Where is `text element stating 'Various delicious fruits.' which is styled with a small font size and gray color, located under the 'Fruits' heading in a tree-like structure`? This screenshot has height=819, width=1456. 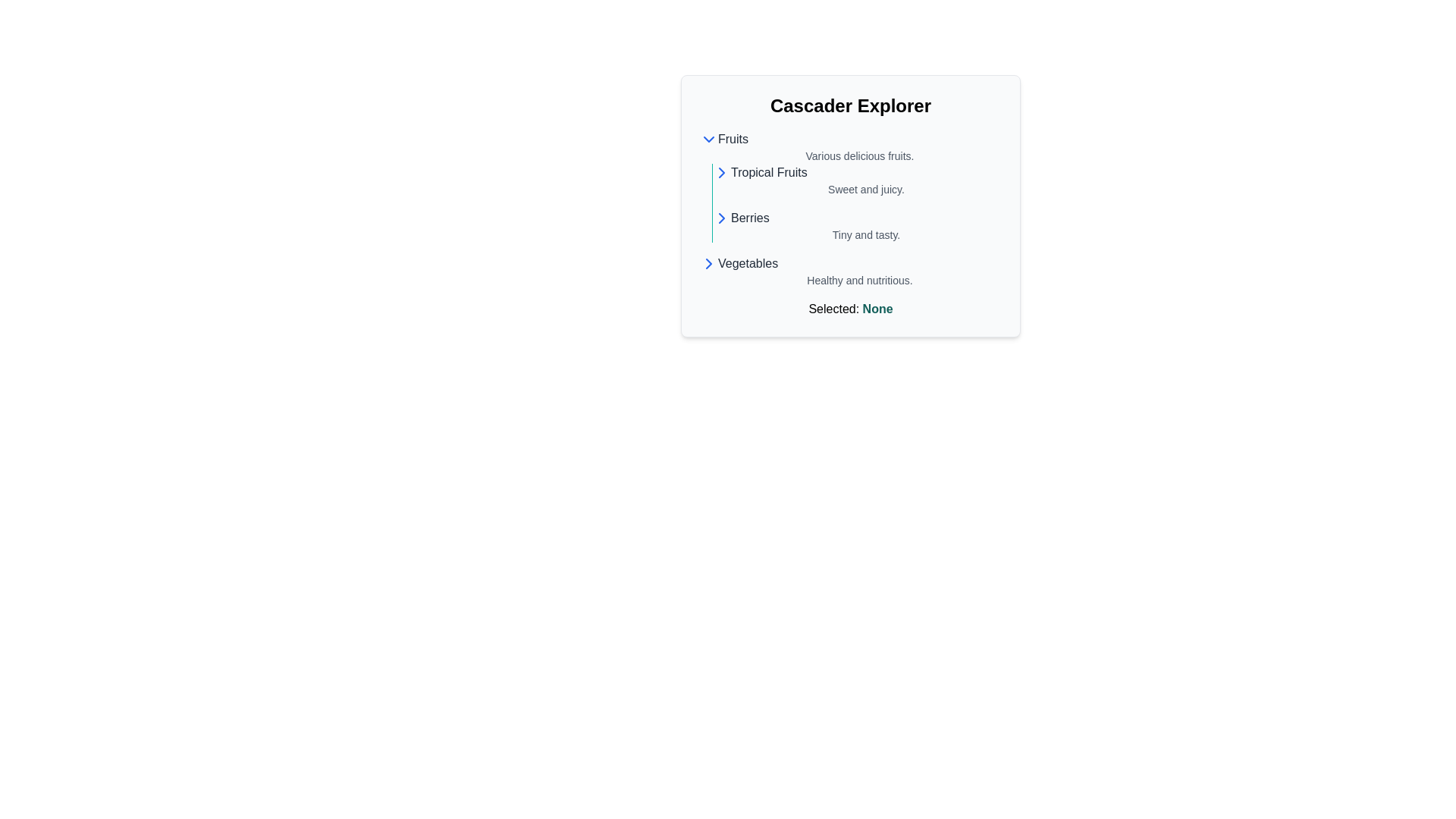
text element stating 'Various delicious fruits.' which is styled with a small font size and gray color, located under the 'Fruits' heading in a tree-like structure is located at coordinates (859, 155).